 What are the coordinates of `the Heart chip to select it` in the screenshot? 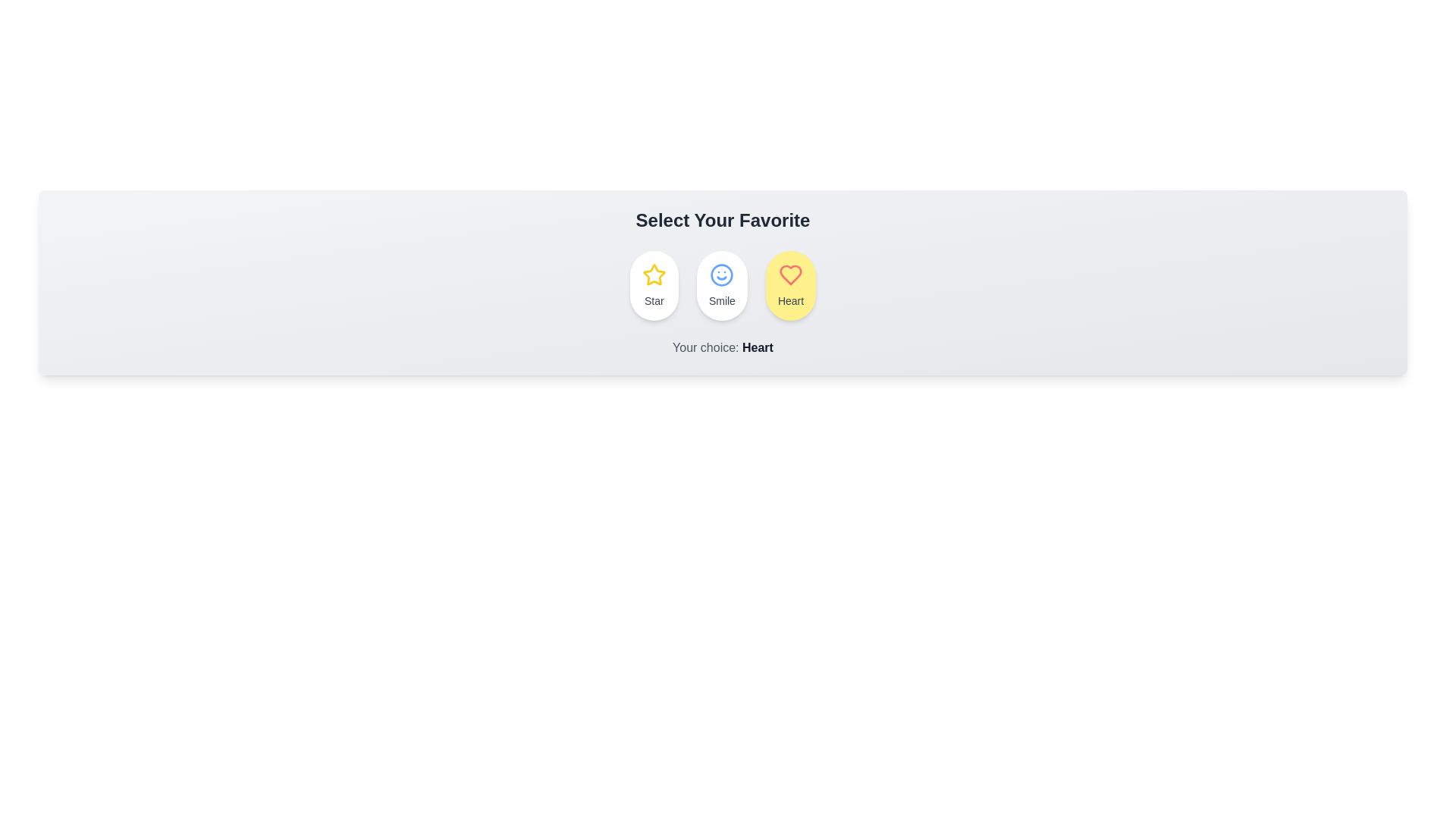 It's located at (789, 286).